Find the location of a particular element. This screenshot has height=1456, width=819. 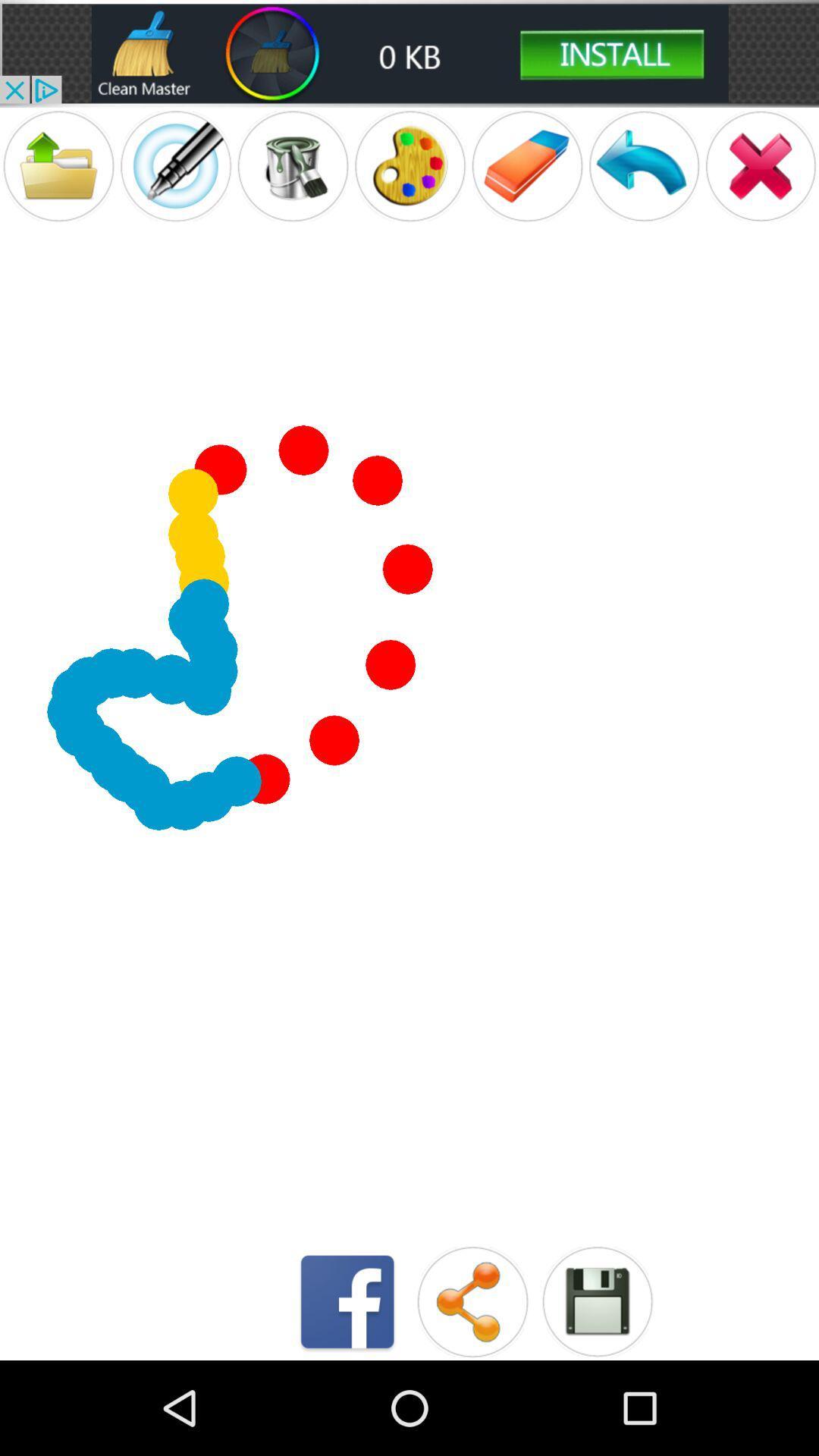

the undo icon is located at coordinates (644, 177).